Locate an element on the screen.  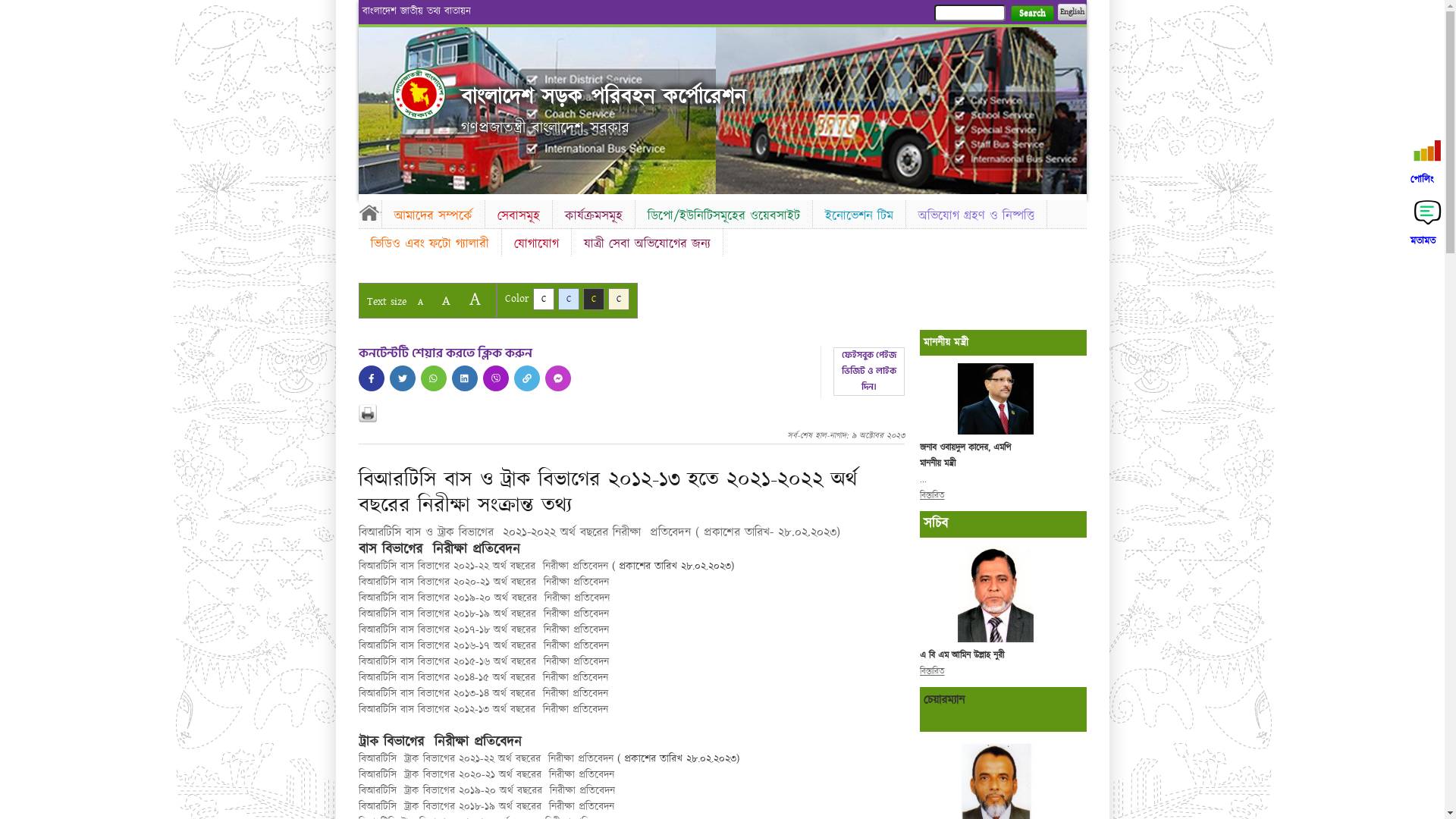
'C' is located at coordinates (567, 299).